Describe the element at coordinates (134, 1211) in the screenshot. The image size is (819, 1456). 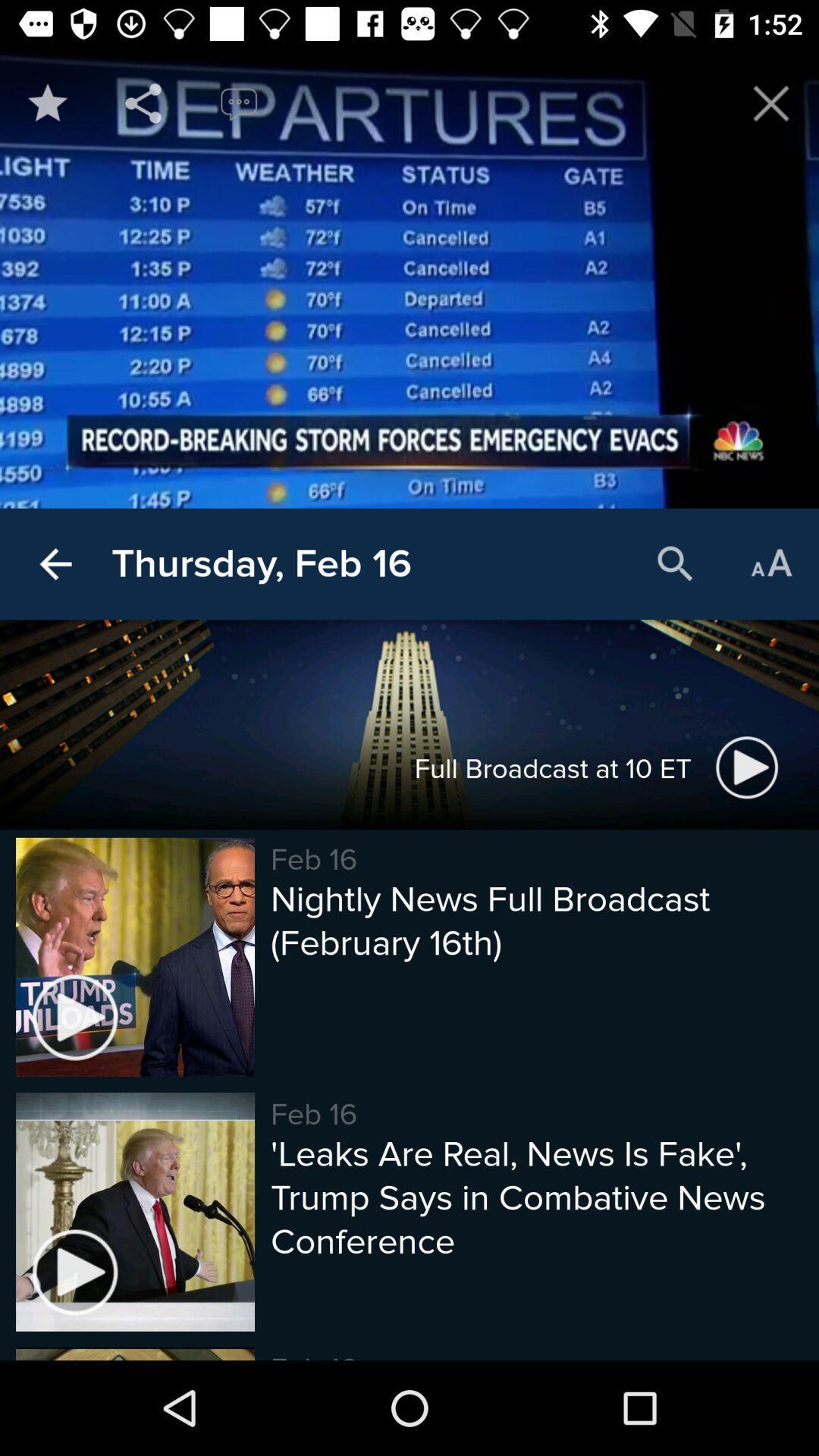
I see `the last image at the bottom of the page` at that location.